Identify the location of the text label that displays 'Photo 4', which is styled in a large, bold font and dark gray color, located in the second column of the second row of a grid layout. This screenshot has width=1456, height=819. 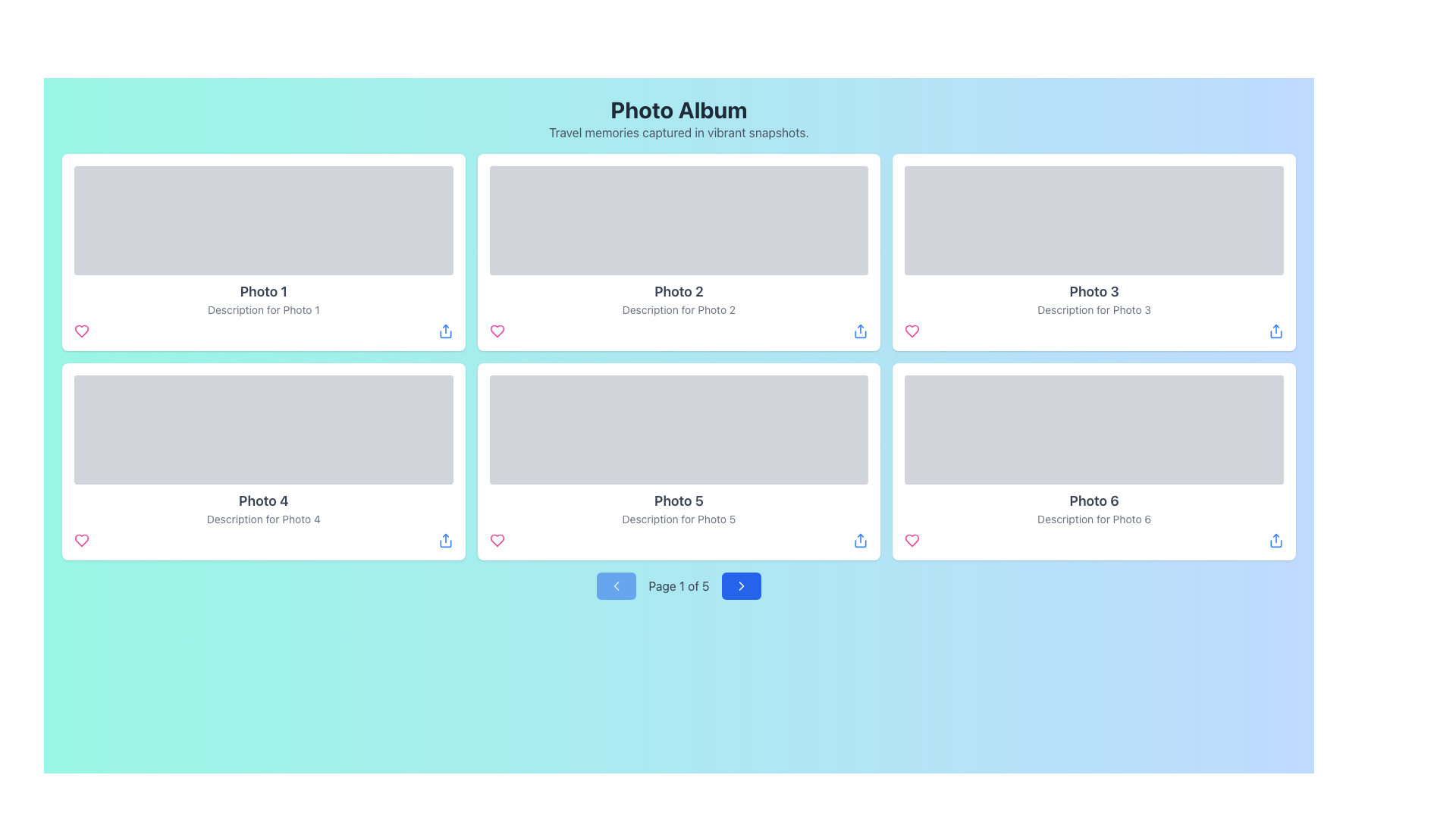
(263, 500).